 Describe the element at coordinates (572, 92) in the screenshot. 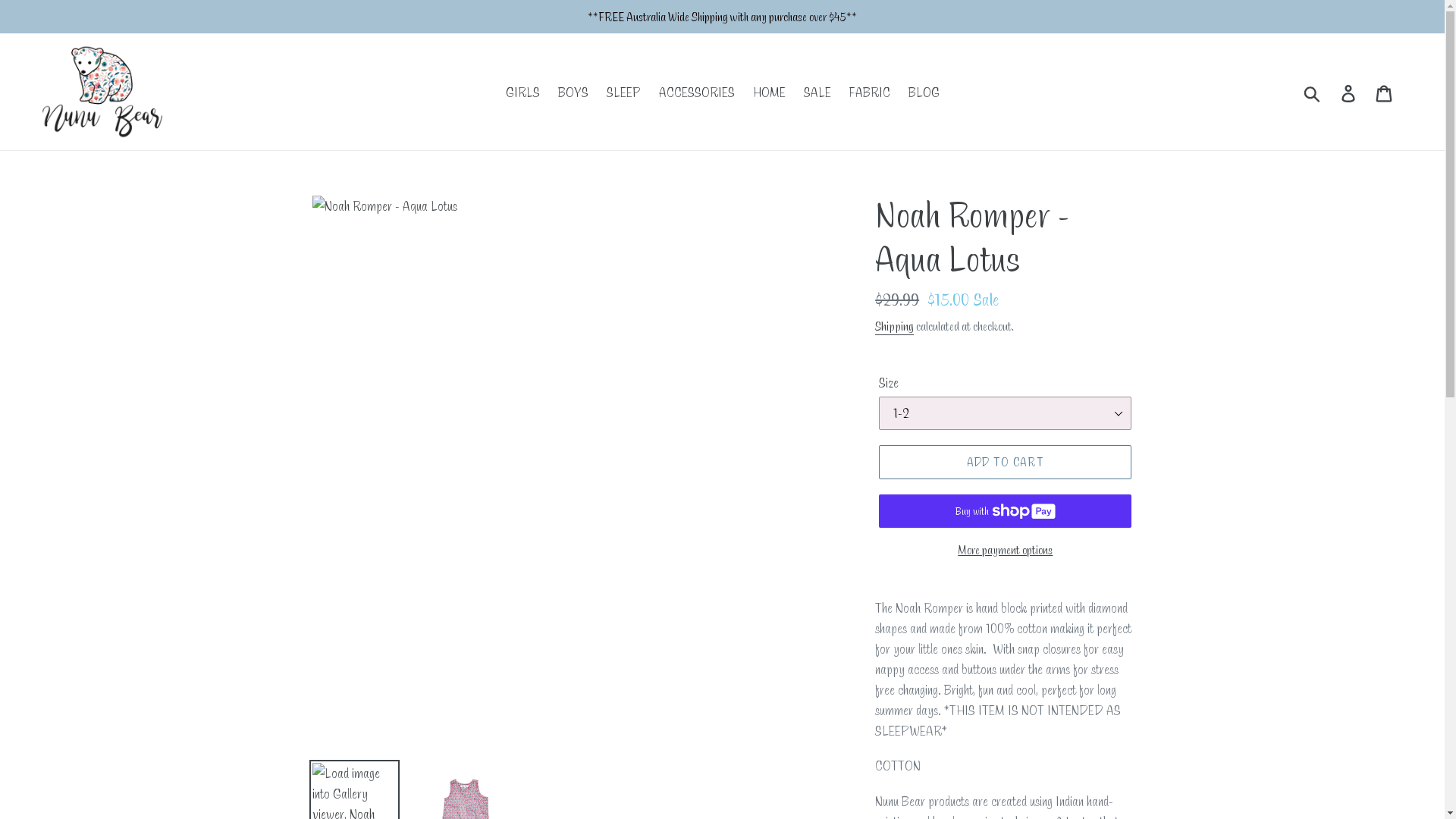

I see `'BOYS'` at that location.